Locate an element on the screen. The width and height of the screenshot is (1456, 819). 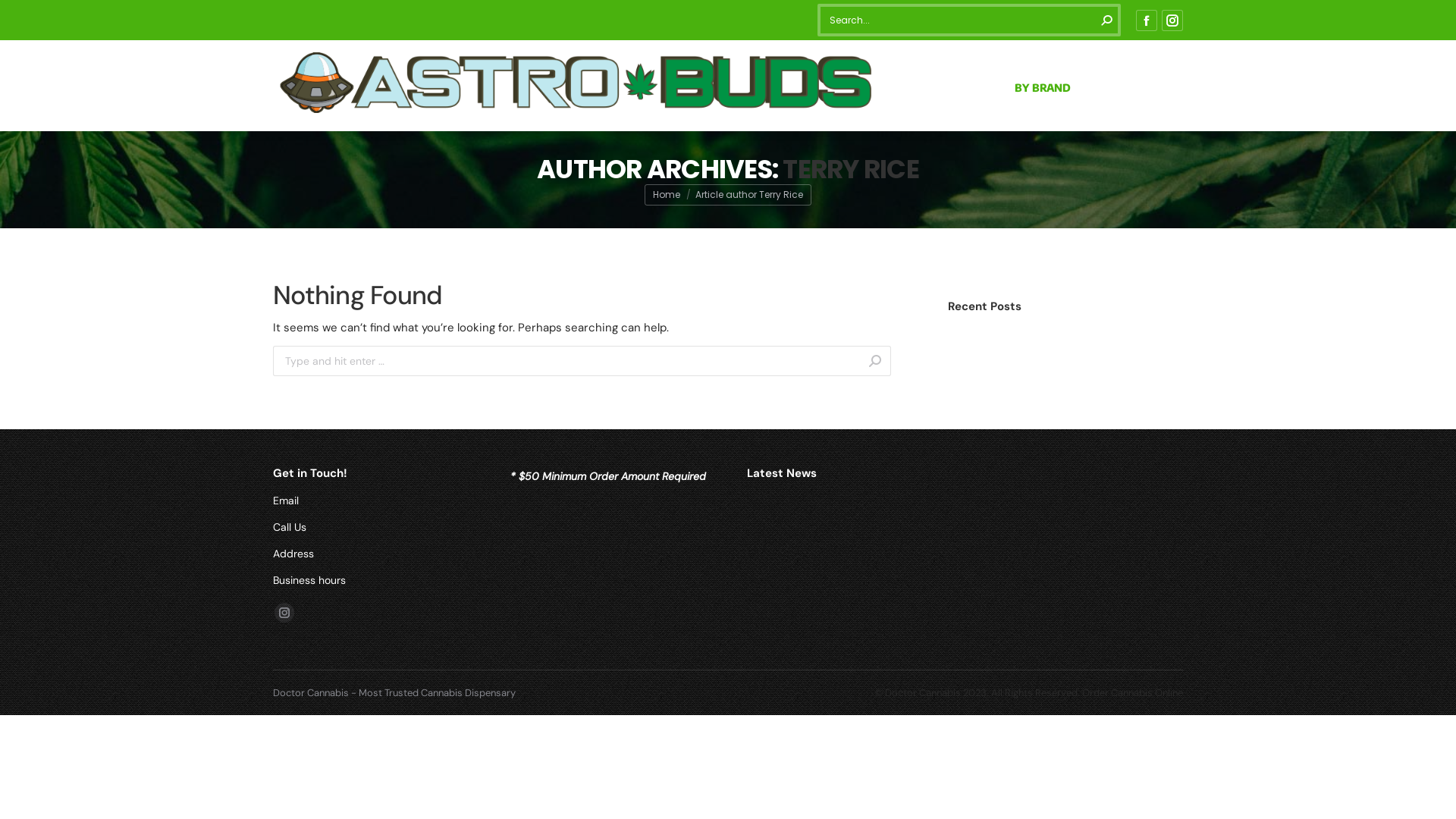
'Go!' is located at coordinates (891, 362).